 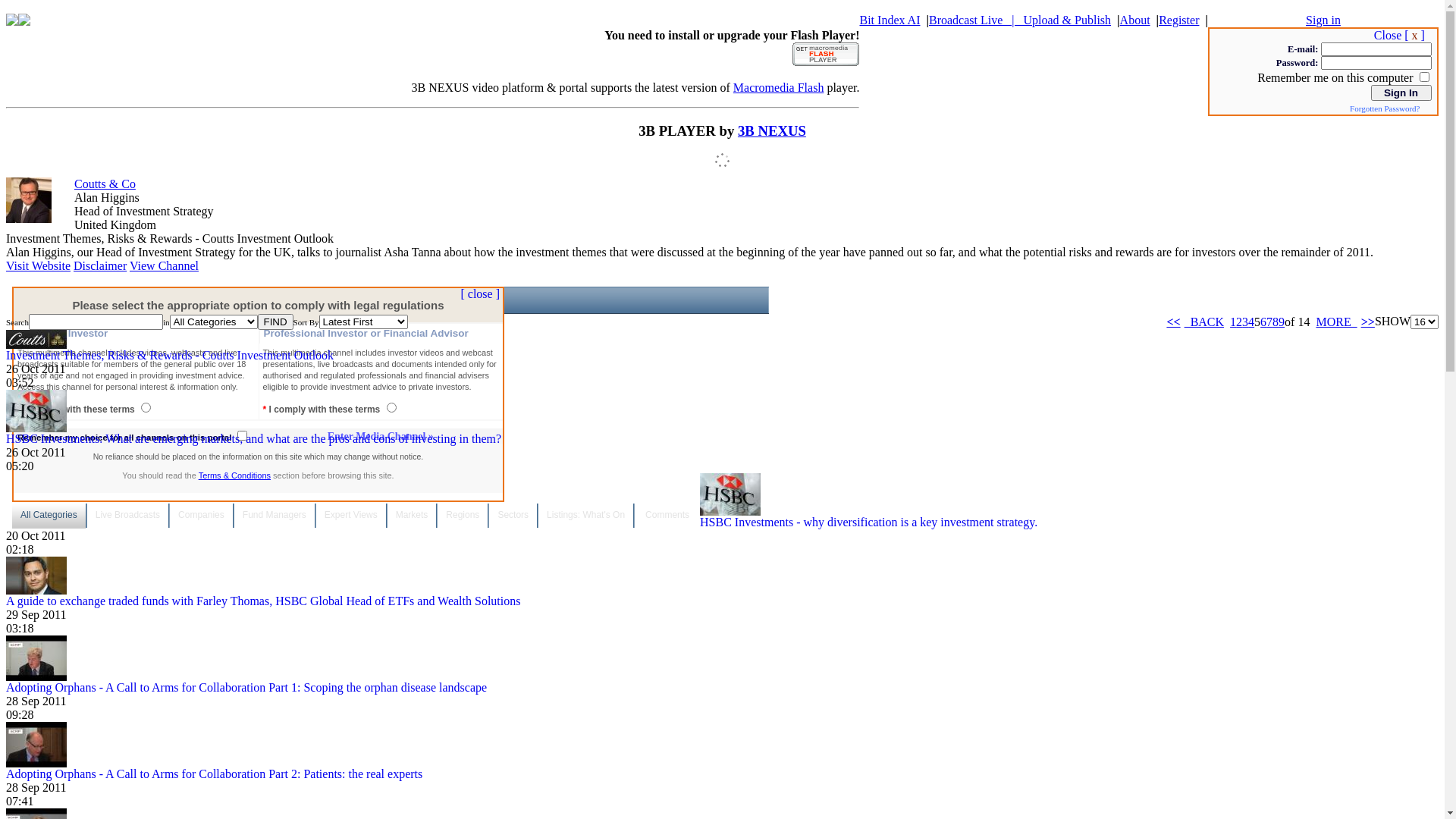 I want to click on 'Regions', so click(x=461, y=514).